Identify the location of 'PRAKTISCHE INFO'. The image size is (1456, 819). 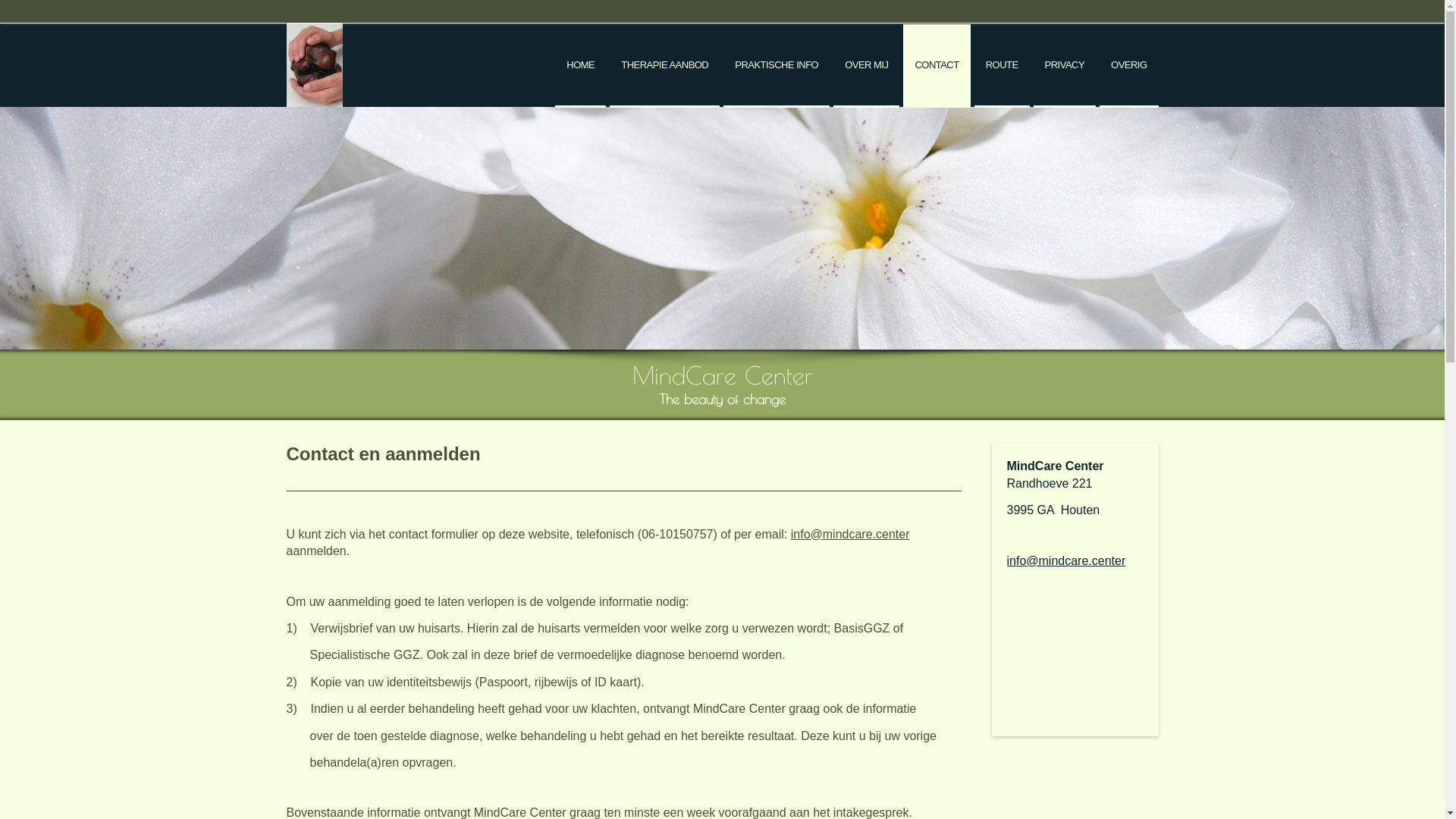
(776, 65).